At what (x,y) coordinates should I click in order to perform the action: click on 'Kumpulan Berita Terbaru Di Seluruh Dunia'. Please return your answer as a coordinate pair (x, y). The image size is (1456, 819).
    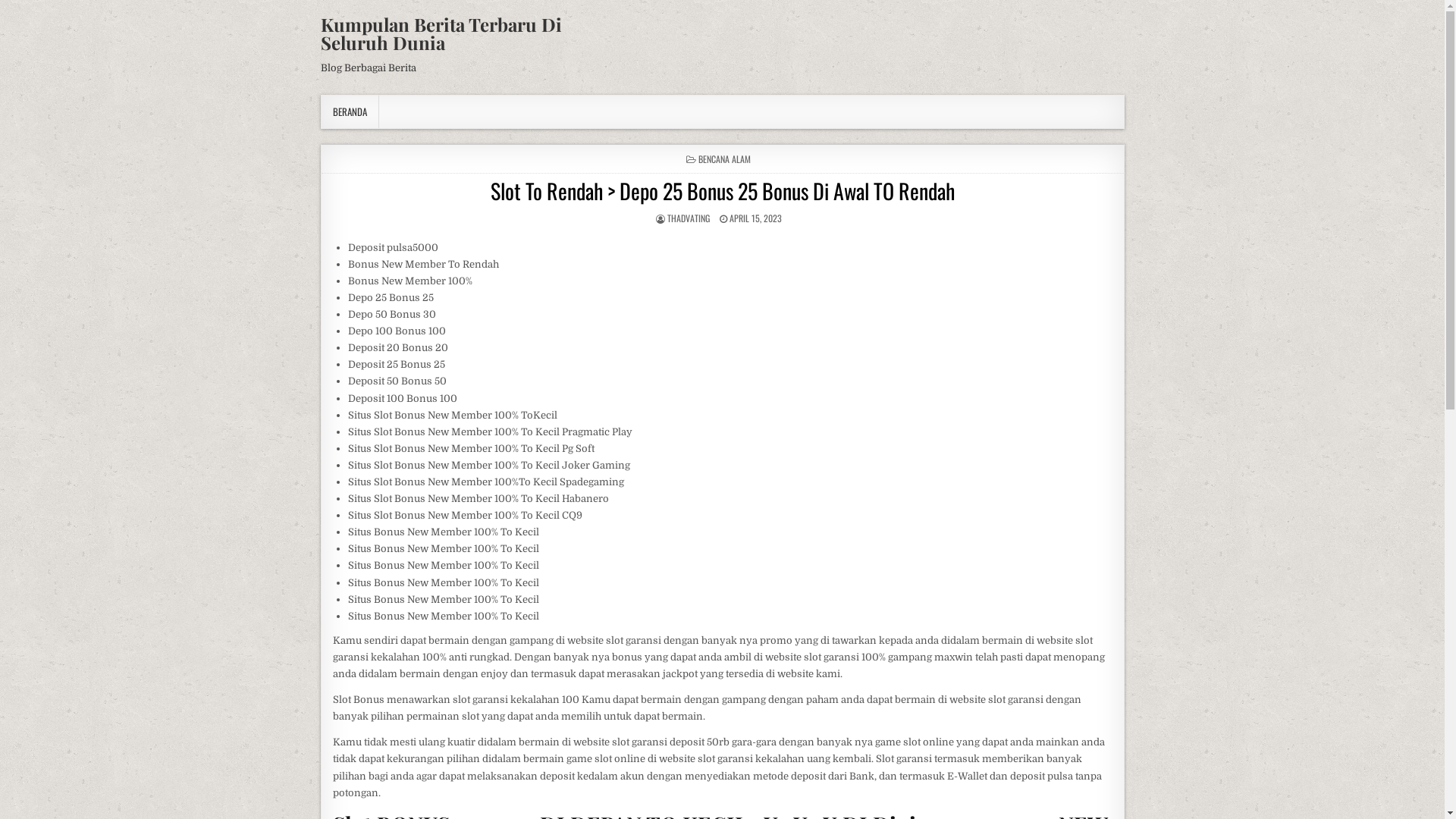
    Looking at the image, I should click on (439, 33).